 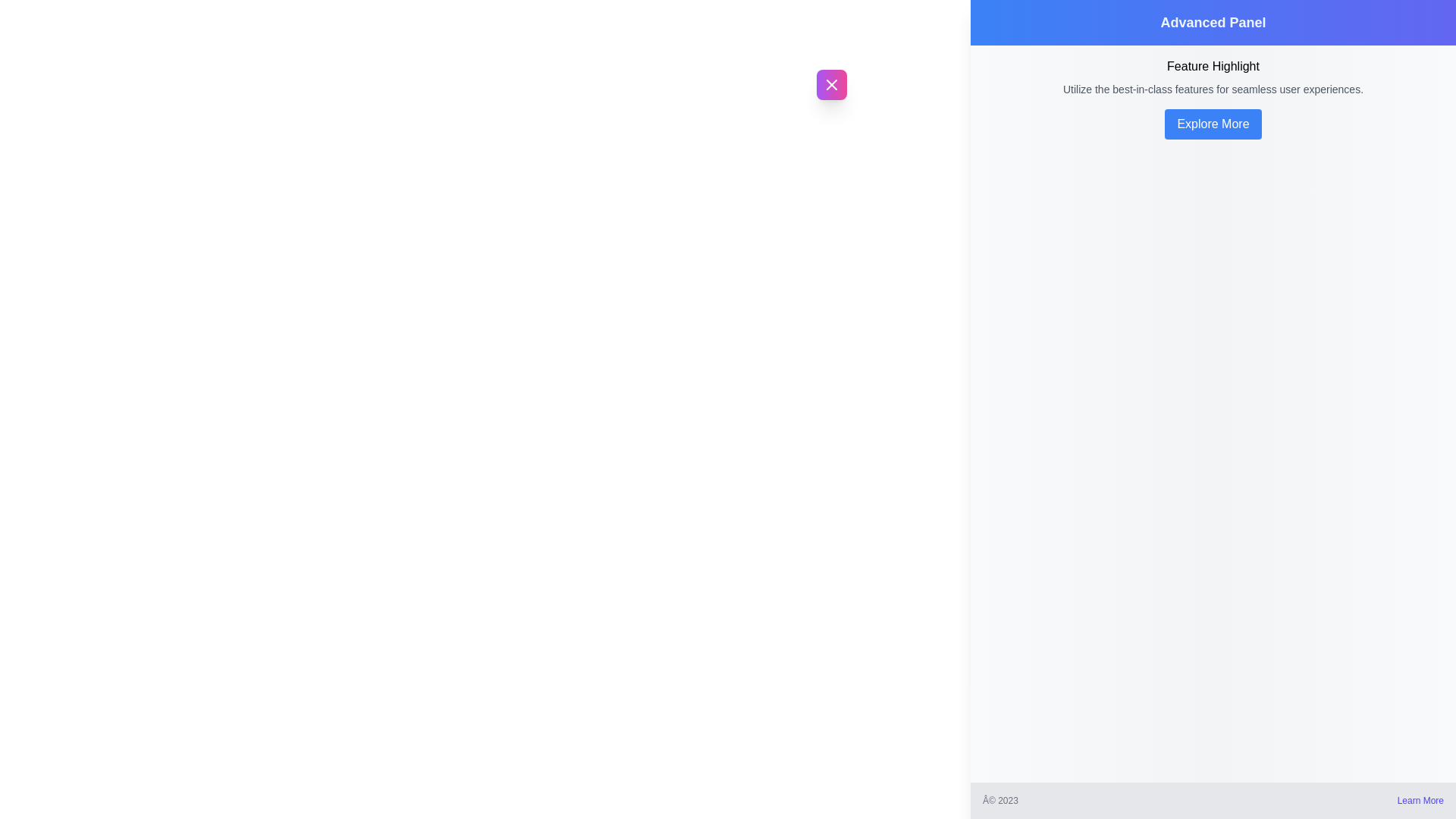 I want to click on the Text Label that serves as a heading or title in the 'Advanced Panel' section, located centrally at the top above the text 'Utilize the best-in-class features', so click(x=1212, y=66).